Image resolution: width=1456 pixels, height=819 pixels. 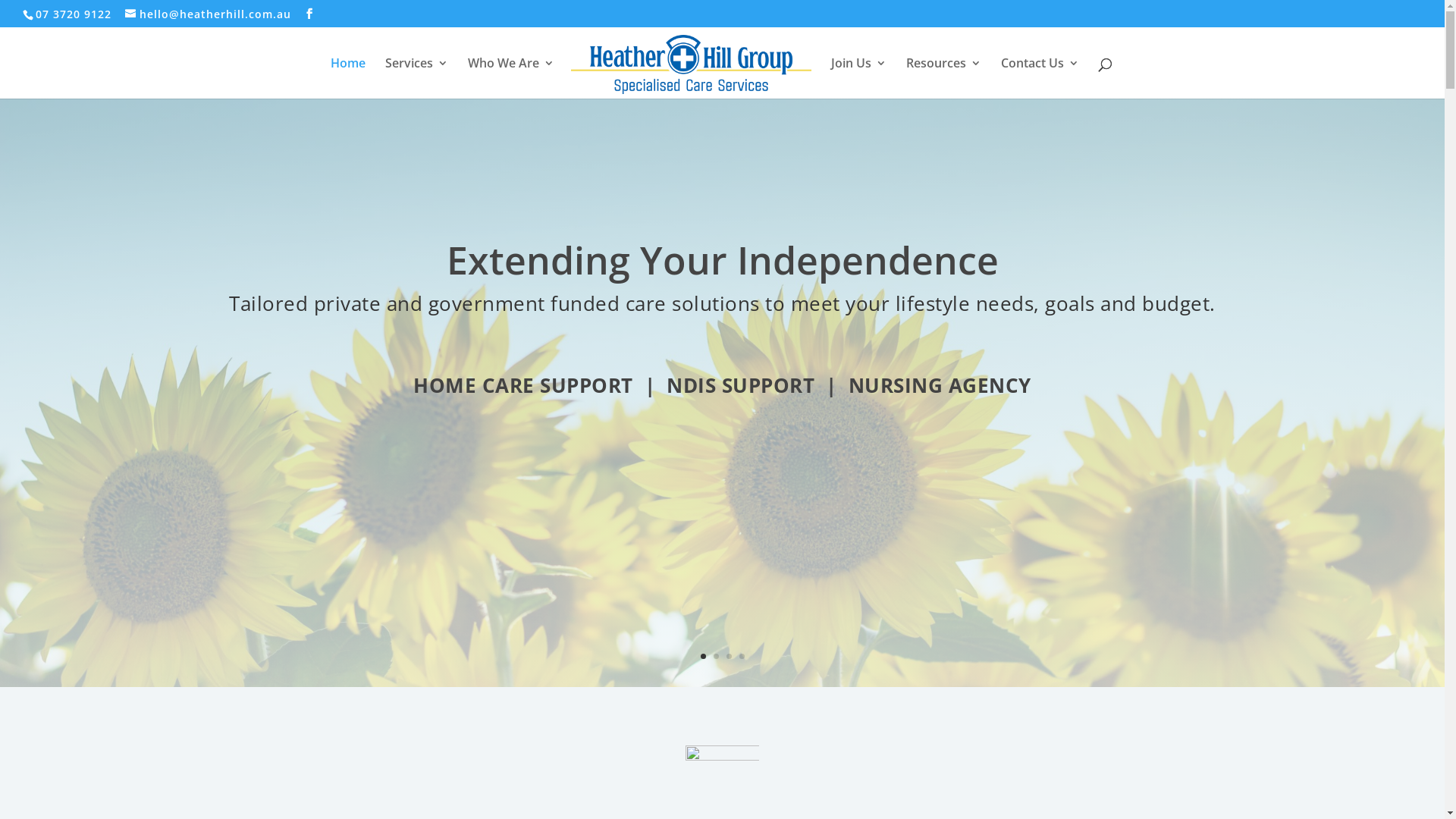 What do you see at coordinates (939, 384) in the screenshot?
I see `'NURSING AGENCY'` at bounding box center [939, 384].